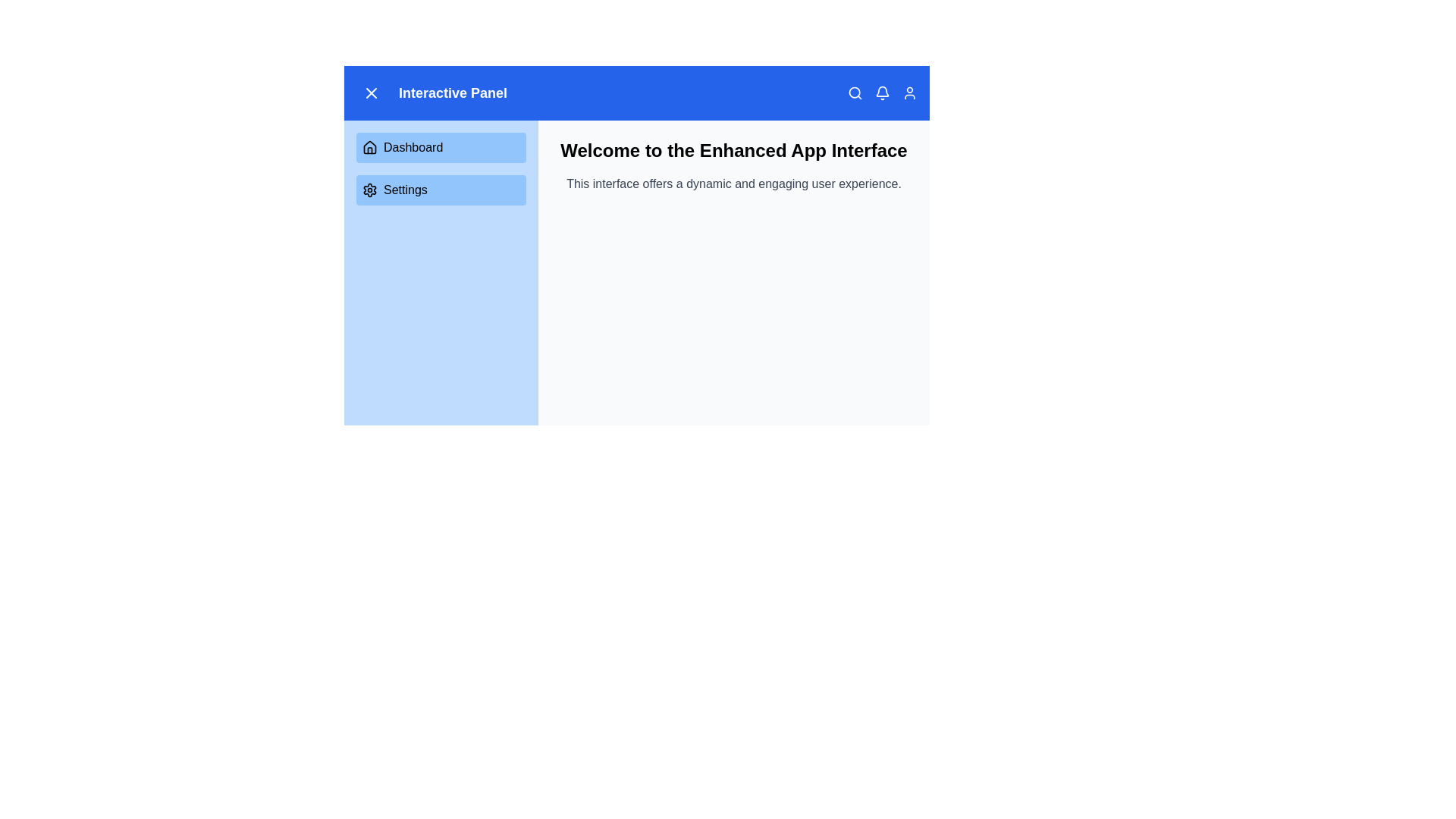 The height and width of the screenshot is (819, 1456). I want to click on displayed message from the header text 'Welcome to the Enhanced App Interface', which is a large, bold text located in the top right section of the content area, so click(734, 151).